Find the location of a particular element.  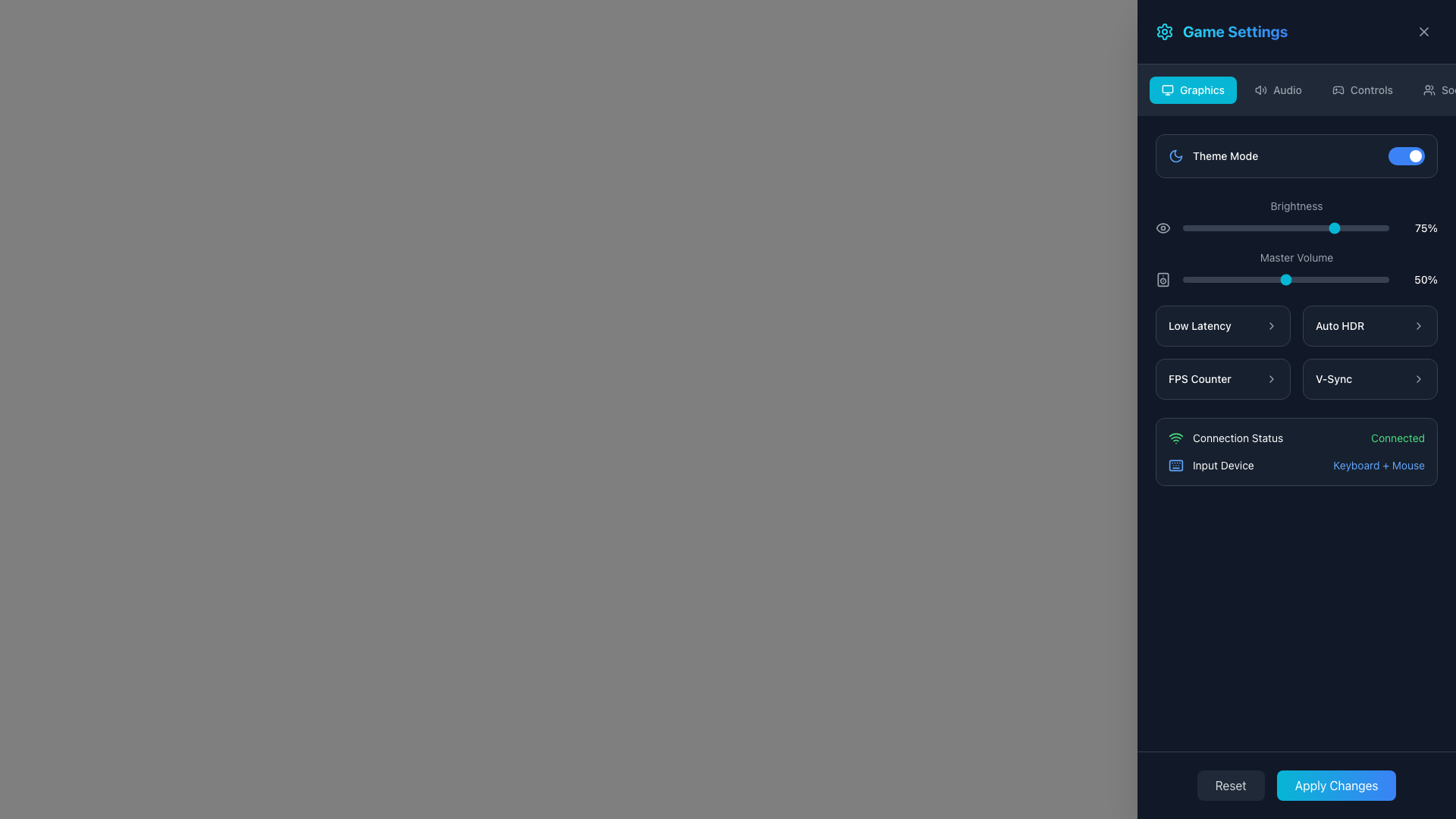

the 'Auto HDR' button located in the 'Graphics' section of the settings panel is located at coordinates (1370, 325).